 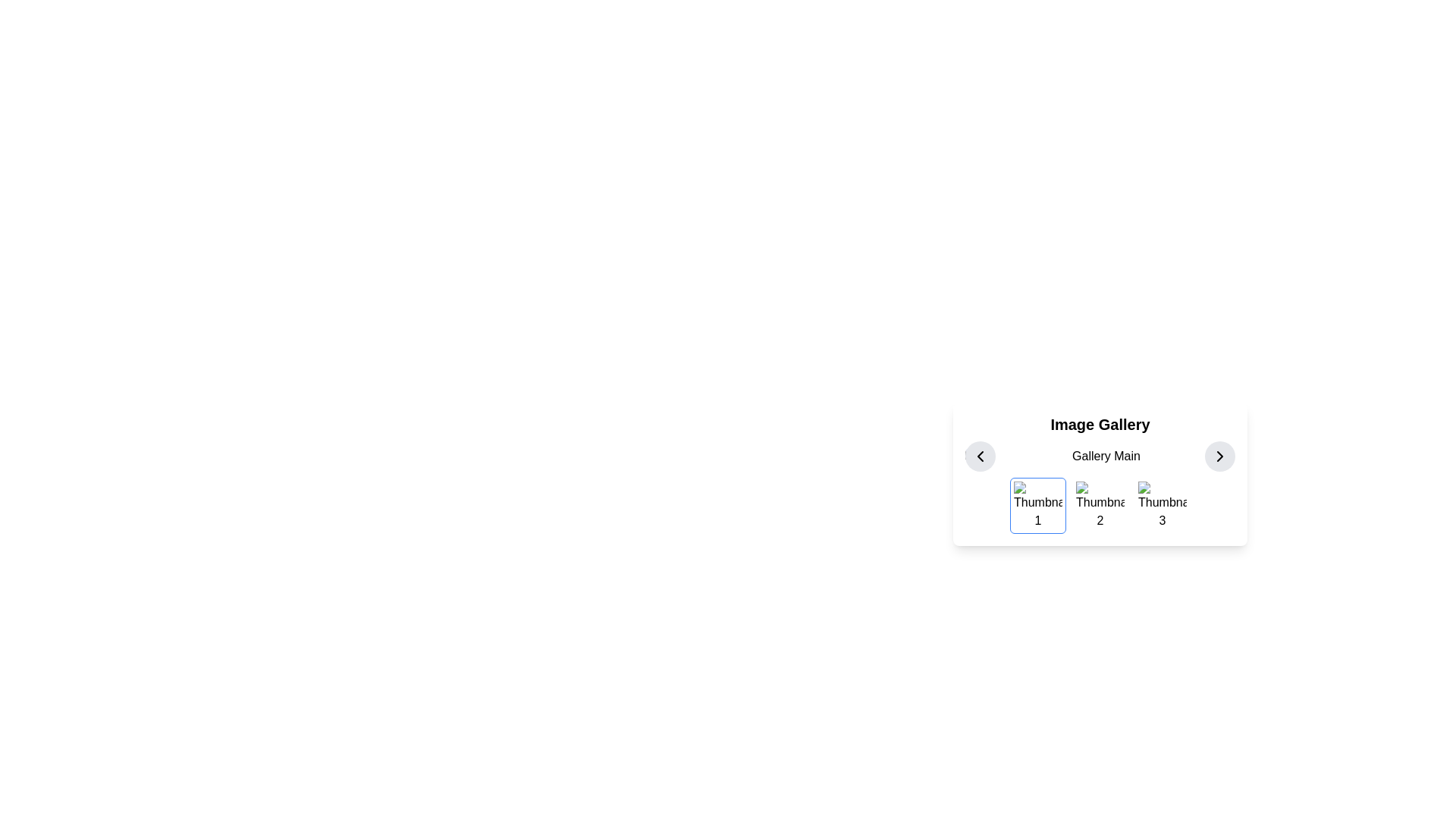 What do you see at coordinates (1219, 455) in the screenshot?
I see `the rightward-pointing chevron icon button located at the right end of the image gallery section` at bounding box center [1219, 455].